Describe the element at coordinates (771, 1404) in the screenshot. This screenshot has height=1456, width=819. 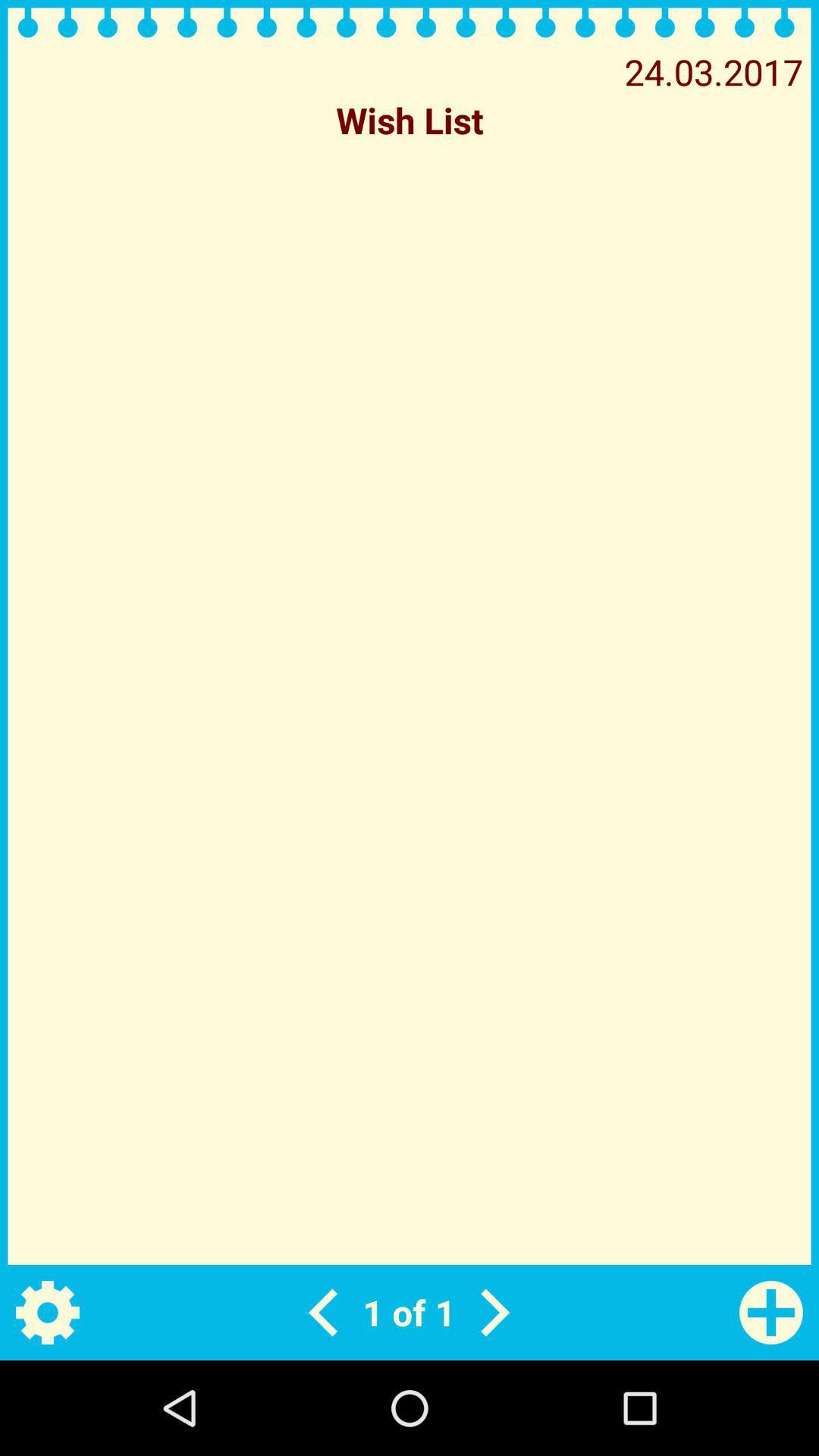
I see `the add icon` at that location.